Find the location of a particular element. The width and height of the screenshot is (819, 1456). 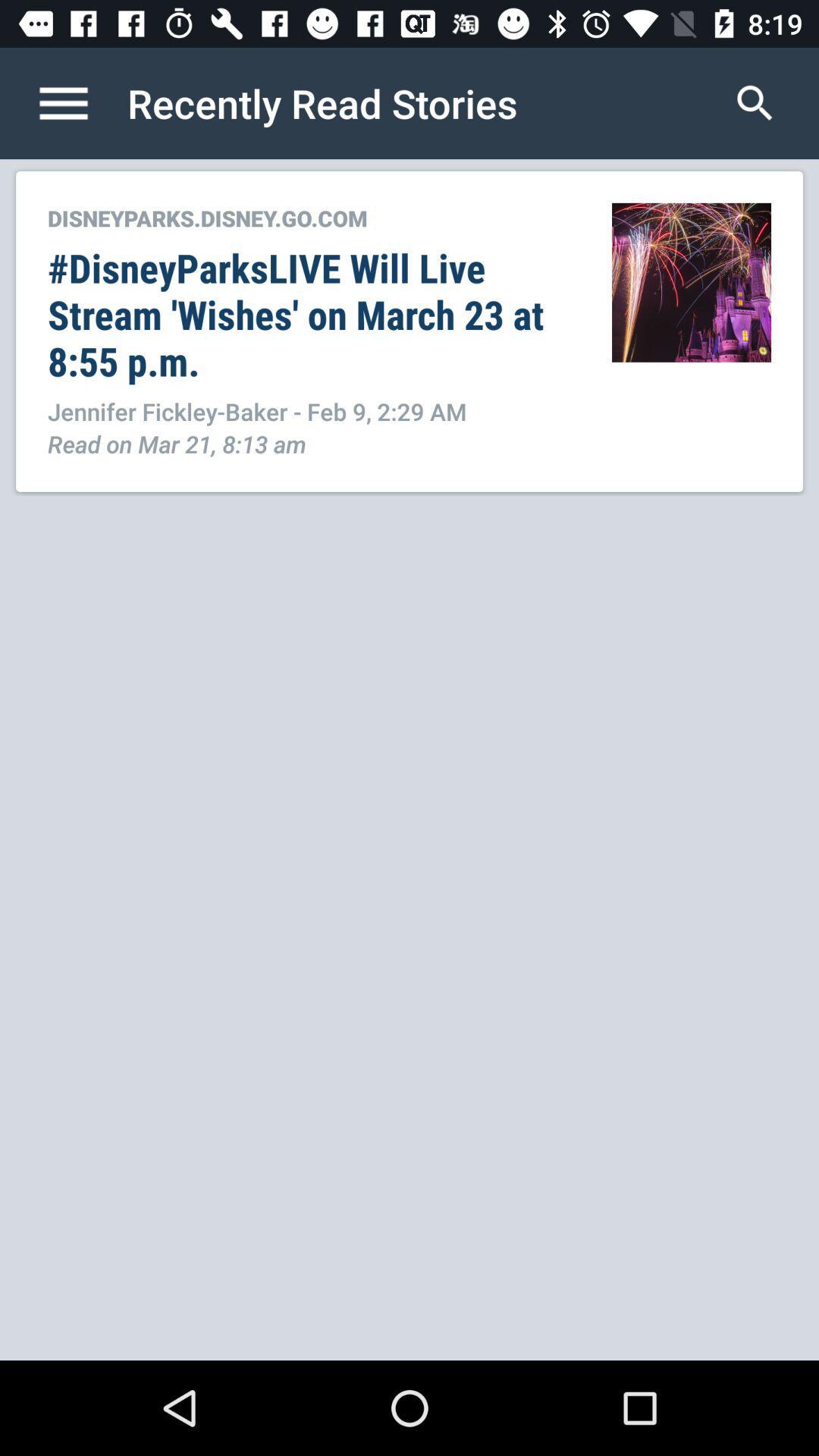

item next to the disneyparks disney go item is located at coordinates (691, 282).